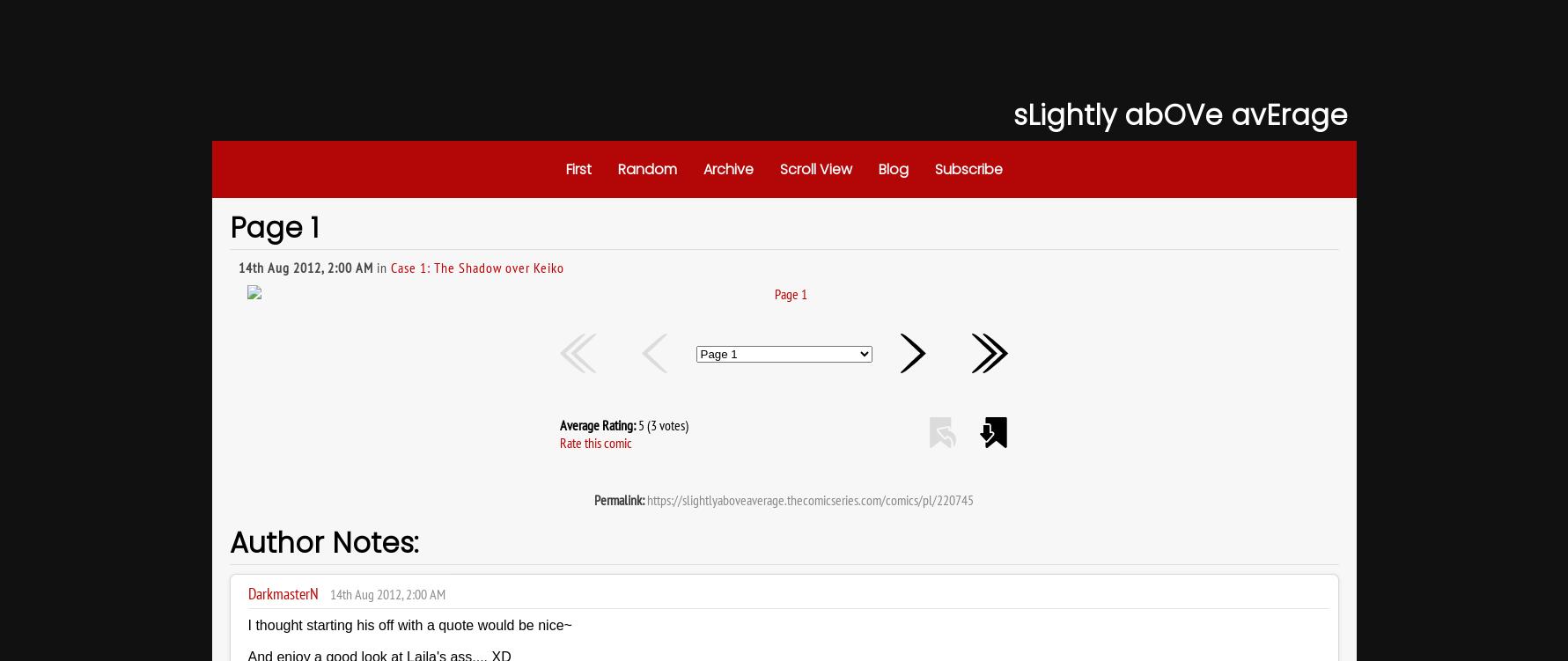 This screenshot has width=1568, height=661. Describe the element at coordinates (640, 424) in the screenshot. I see `'5'` at that location.